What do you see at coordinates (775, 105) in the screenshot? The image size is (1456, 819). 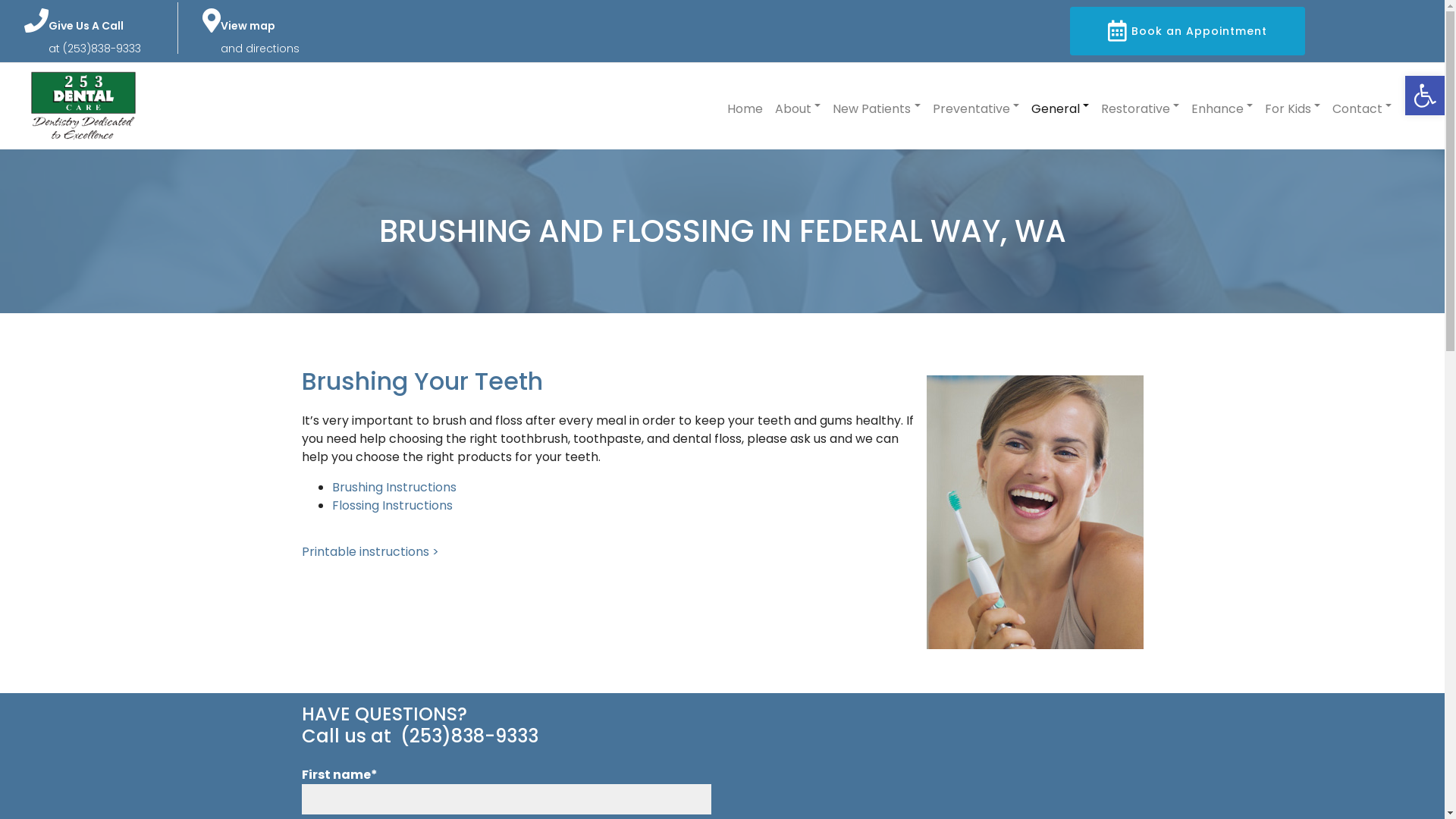 I see `'About'` at bounding box center [775, 105].